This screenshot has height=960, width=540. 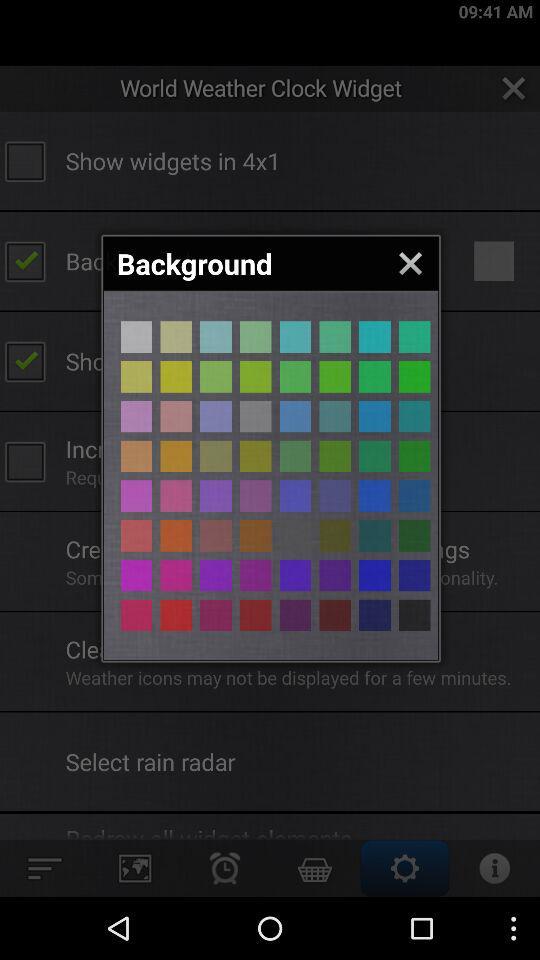 What do you see at coordinates (135, 415) in the screenshot?
I see `choose a color` at bounding box center [135, 415].